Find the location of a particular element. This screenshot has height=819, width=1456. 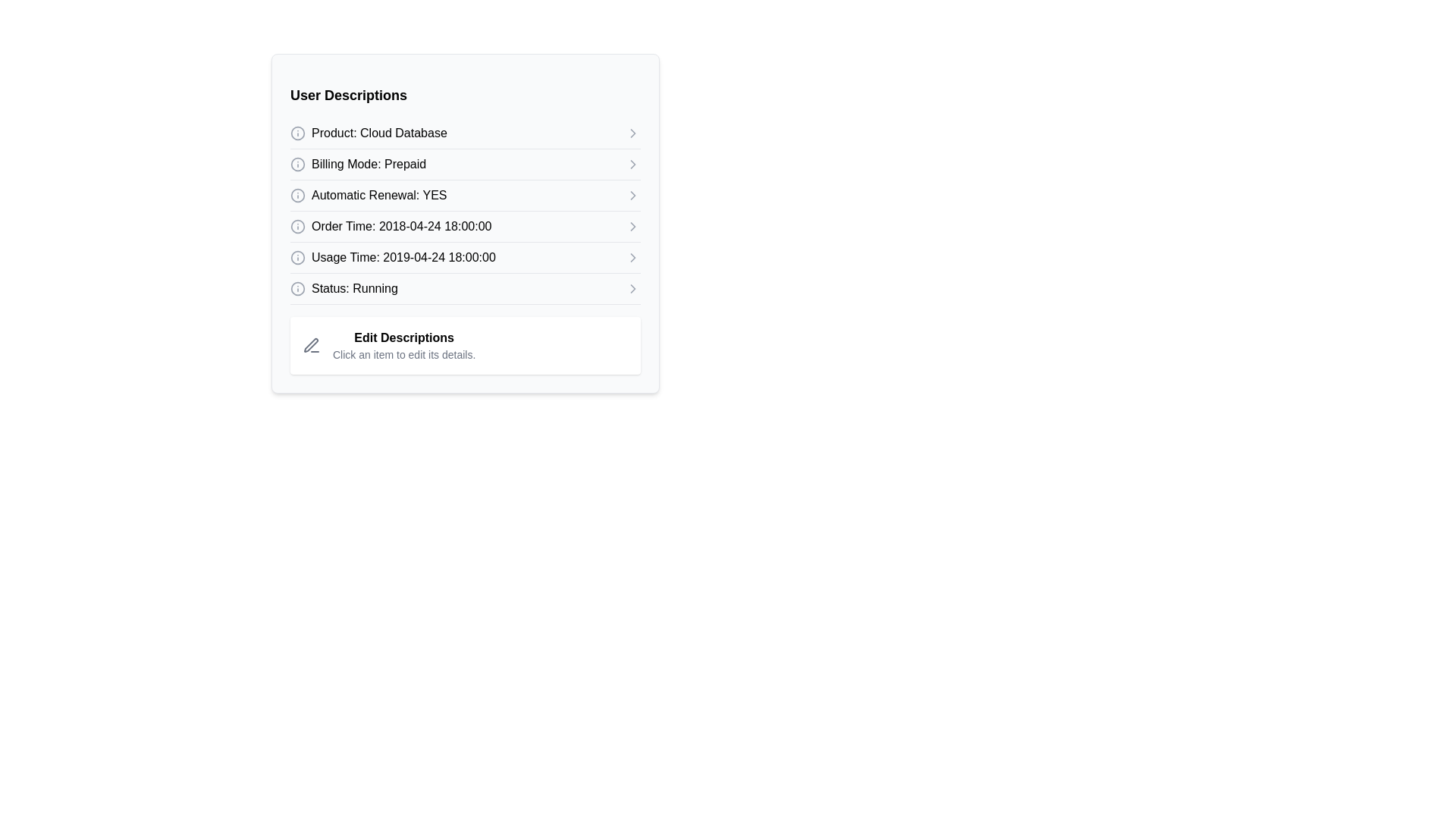

the informational icon located to the left of the text 'Product: Cloud Database' in the first row of the list within the 'User Descriptions' section is located at coordinates (298, 133).